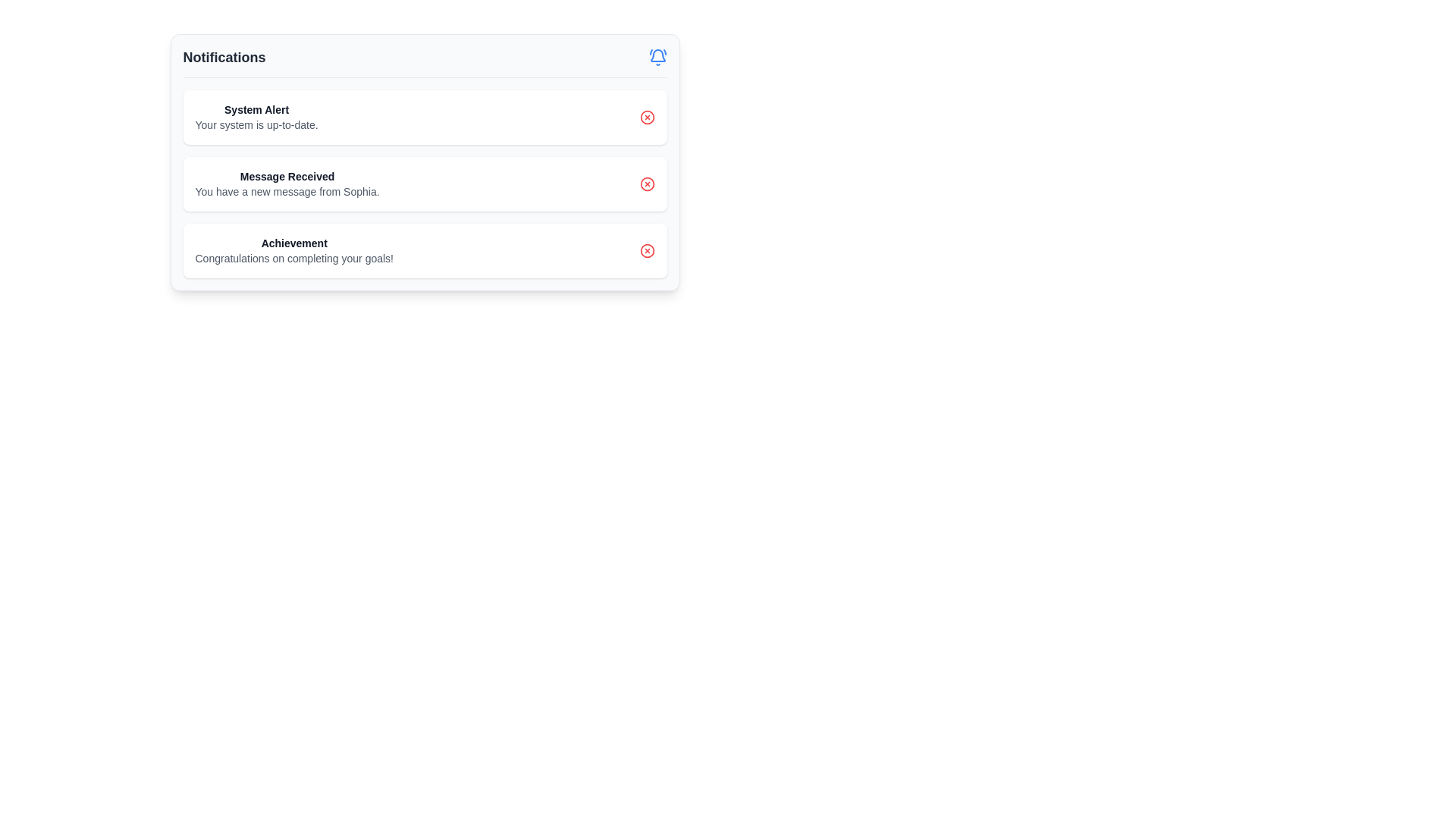 The width and height of the screenshot is (1456, 819). What do you see at coordinates (425, 162) in the screenshot?
I see `the second notification card from the top in the vertically arranged list of notifications, which is positioned below the 'System Alert' card and above the 'Achievement' card` at bounding box center [425, 162].